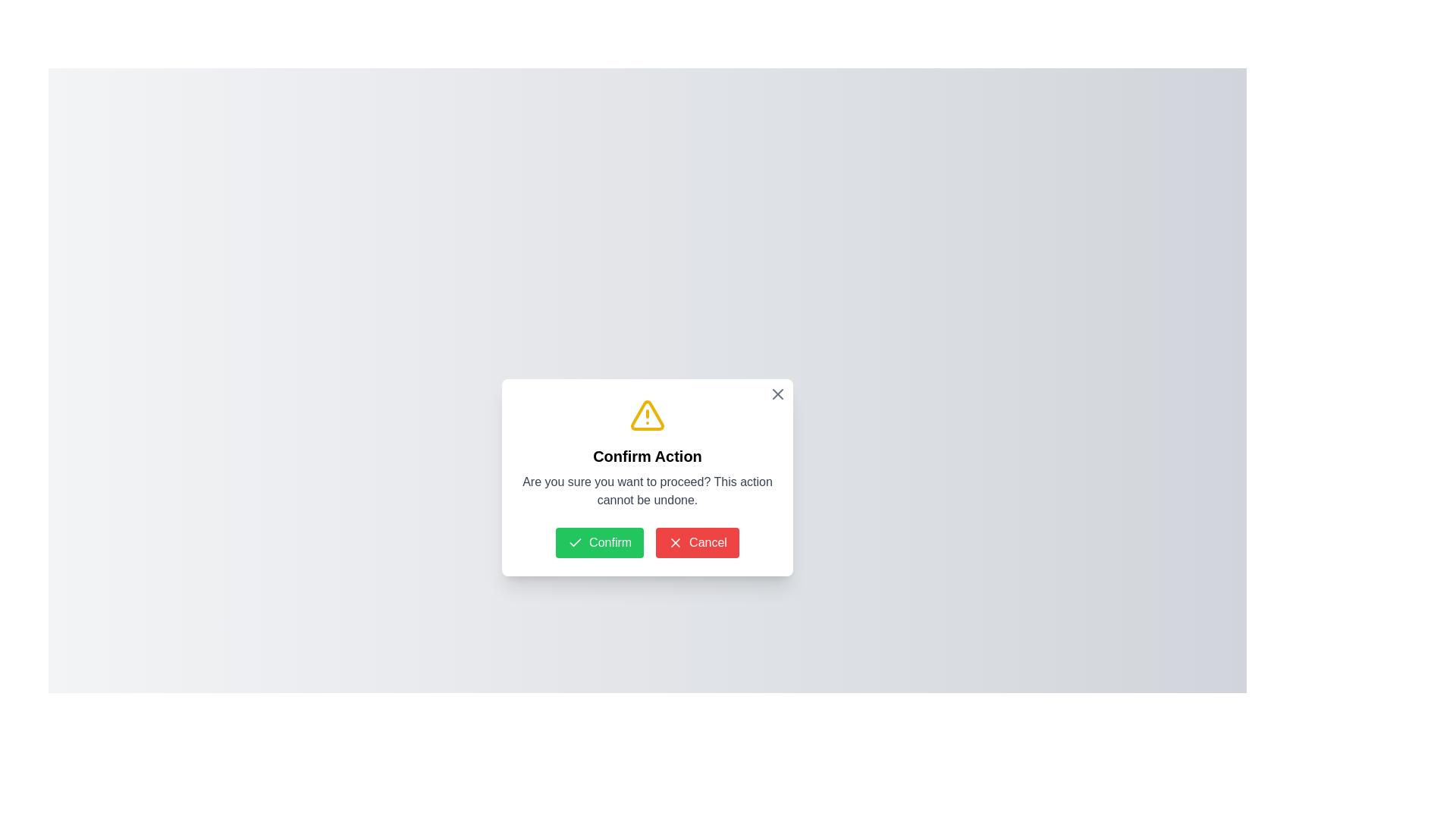  Describe the element at coordinates (648, 415) in the screenshot. I see `the visual warning icon located at the top-center of the modal dialog box, above the title 'Confirm Action'` at that location.